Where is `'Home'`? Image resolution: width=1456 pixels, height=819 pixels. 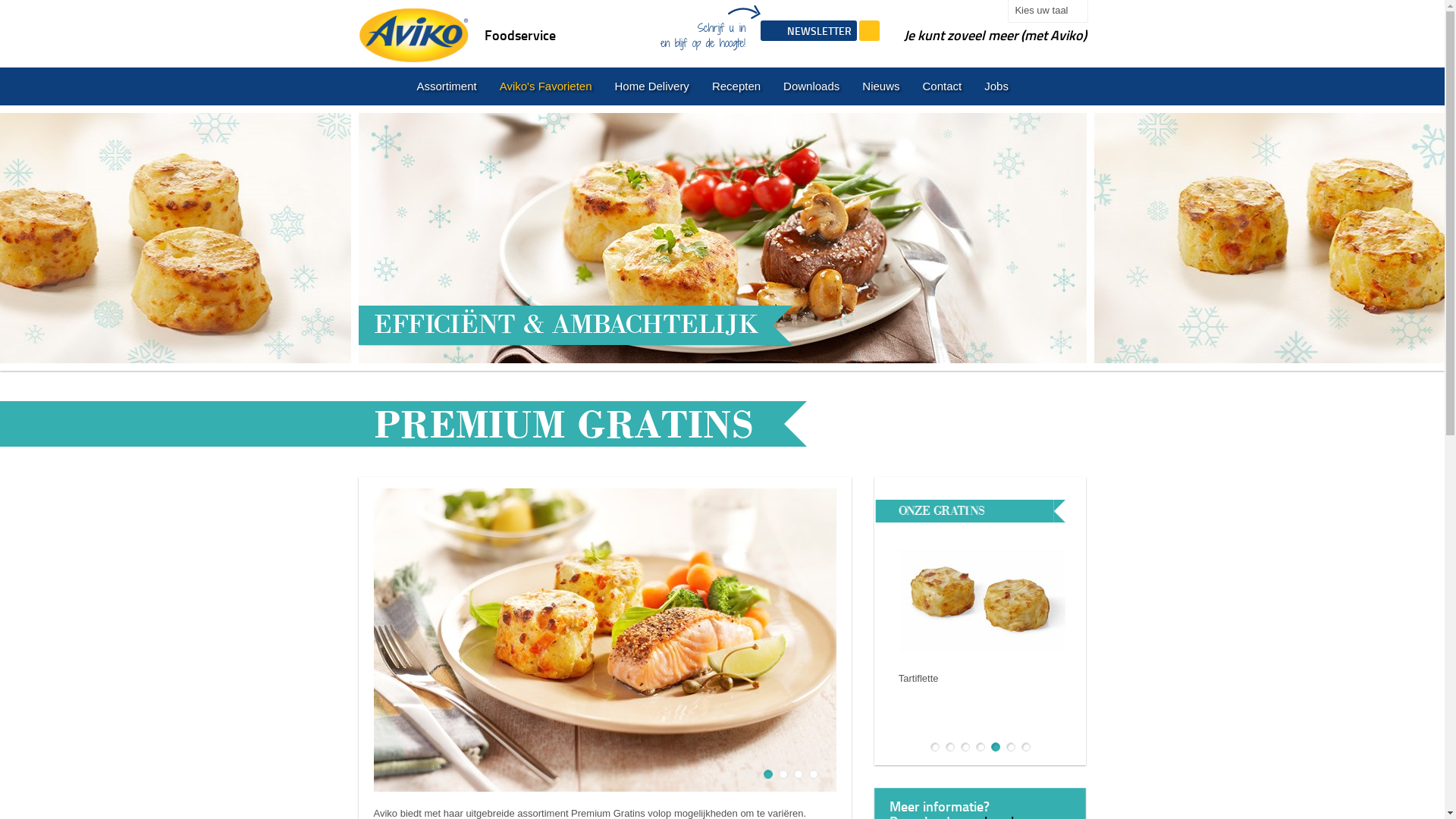
'Home' is located at coordinates (413, 32).